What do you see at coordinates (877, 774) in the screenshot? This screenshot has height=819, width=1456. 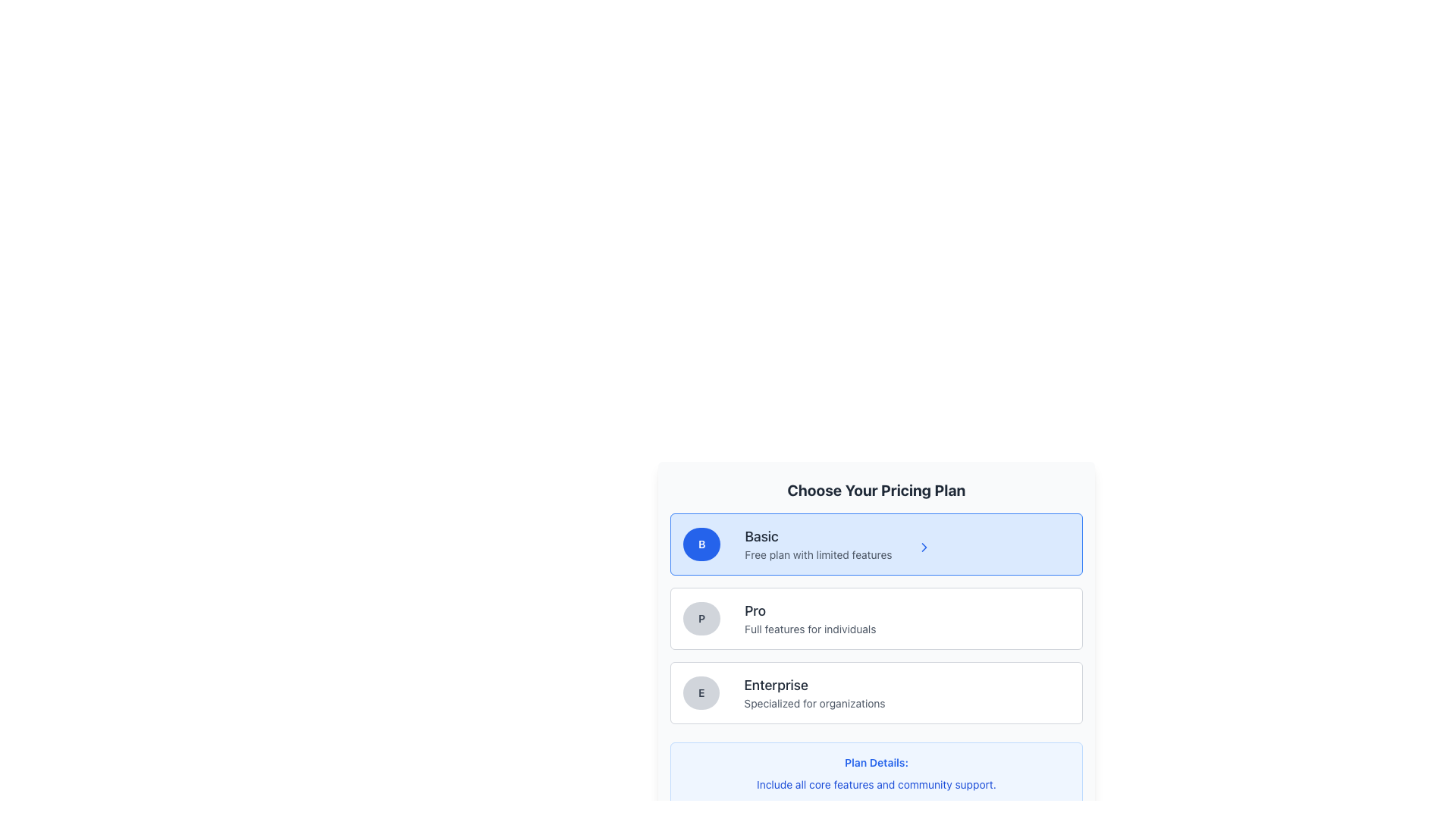 I see `contents of the informational text block labeled 'Plan Details:' located below the pricing options in the pricing section` at bounding box center [877, 774].